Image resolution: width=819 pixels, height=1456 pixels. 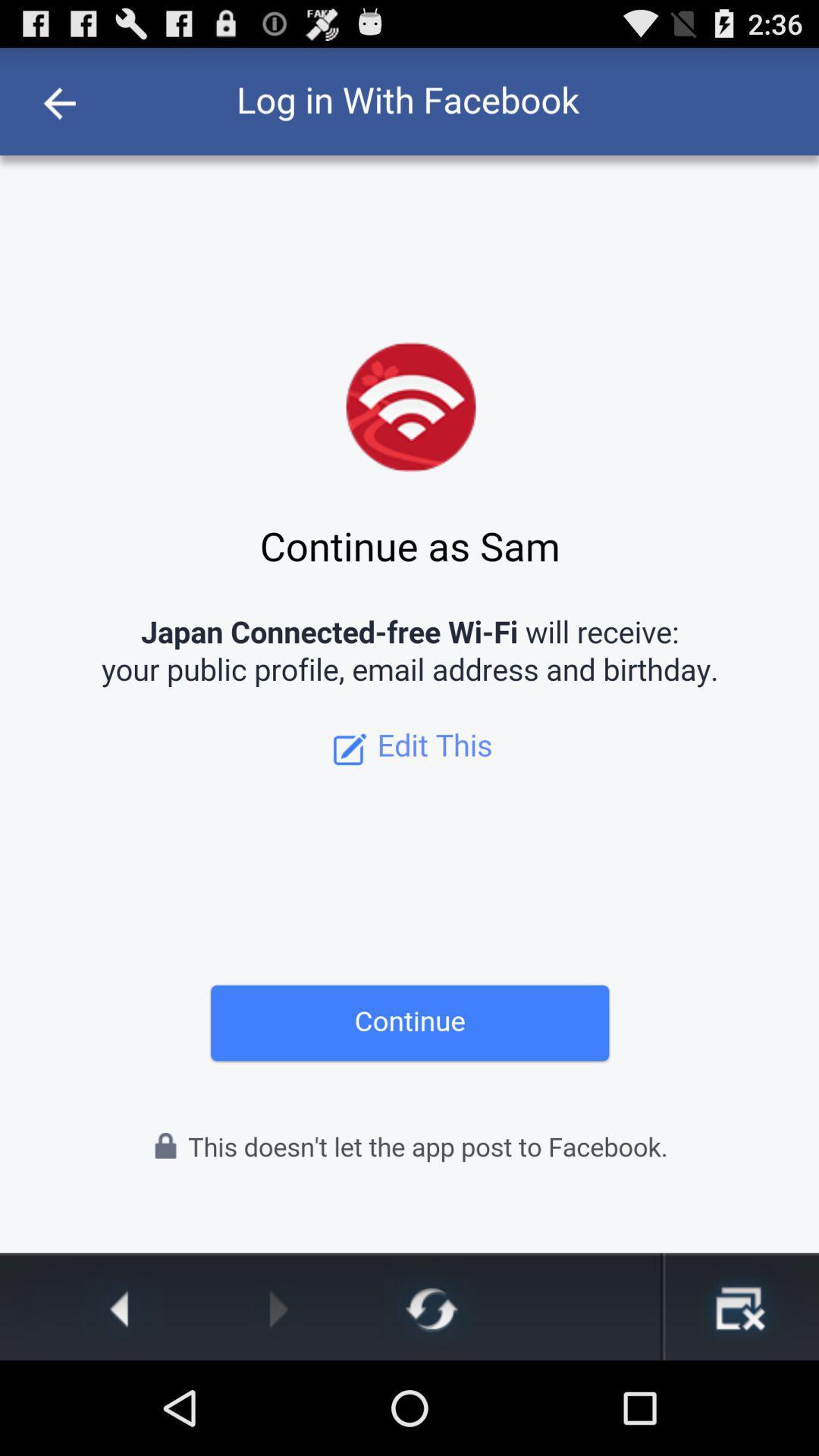 What do you see at coordinates (123, 1400) in the screenshot?
I see `the arrow_backward icon` at bounding box center [123, 1400].